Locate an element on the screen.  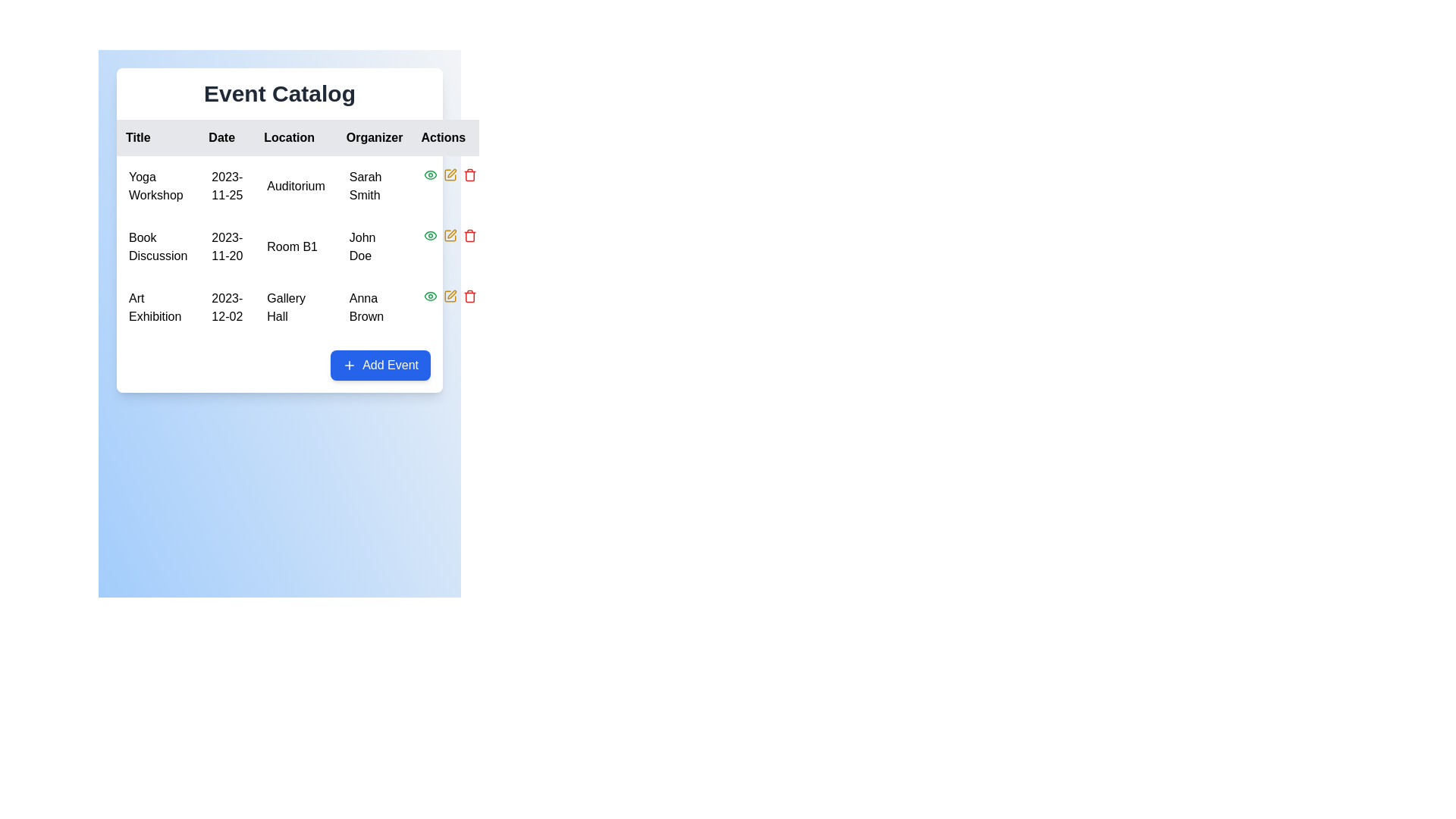
the editing icon represented by a pencil over a square, located in the 'Actions' column of the second row corresponding to the 'Book Discussion' event is located at coordinates (450, 174).